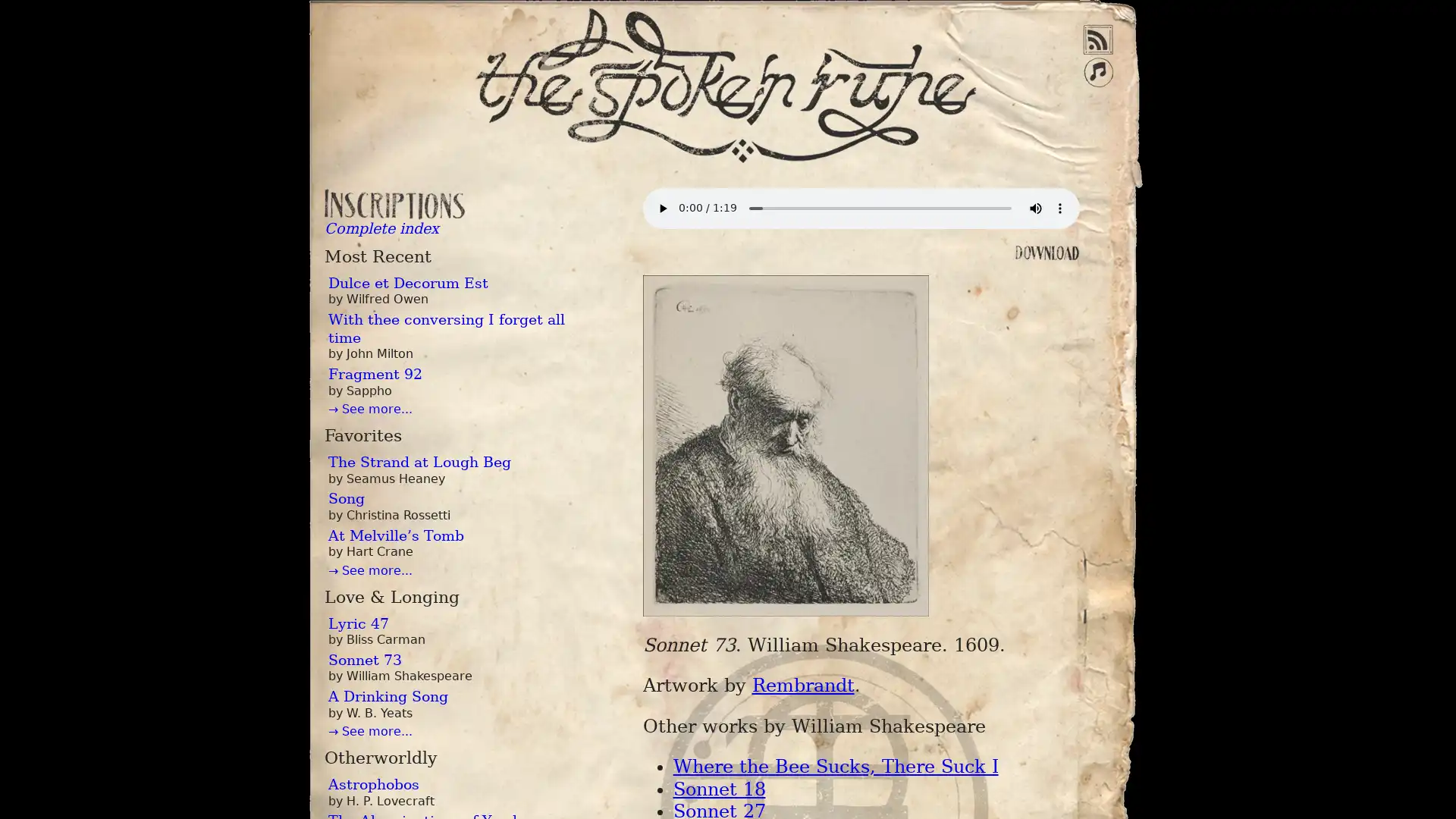 This screenshot has width=1456, height=819. I want to click on mute, so click(1034, 208).